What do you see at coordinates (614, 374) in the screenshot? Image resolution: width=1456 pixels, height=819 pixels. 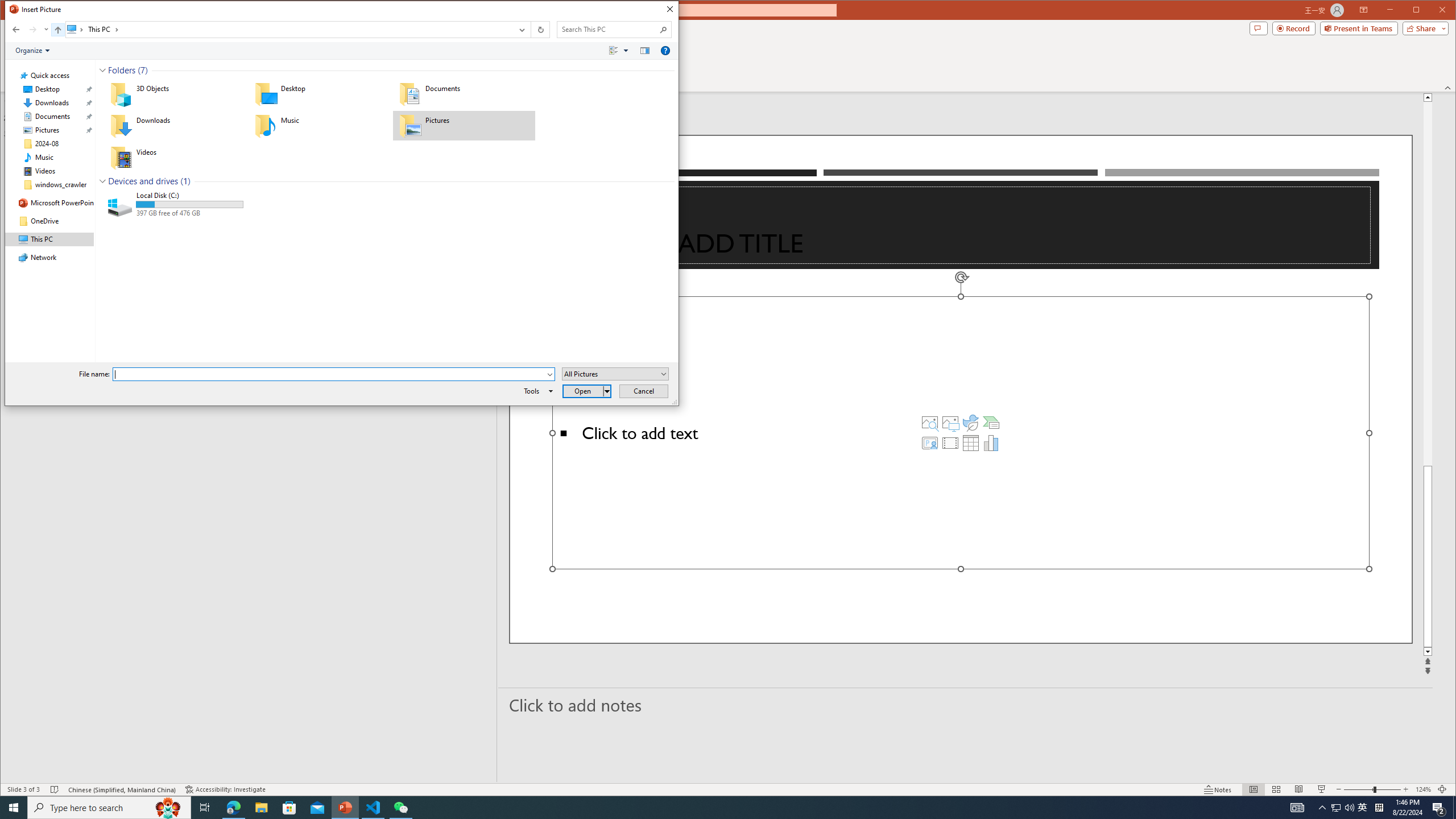 I see `'Files of type:'` at bounding box center [614, 374].